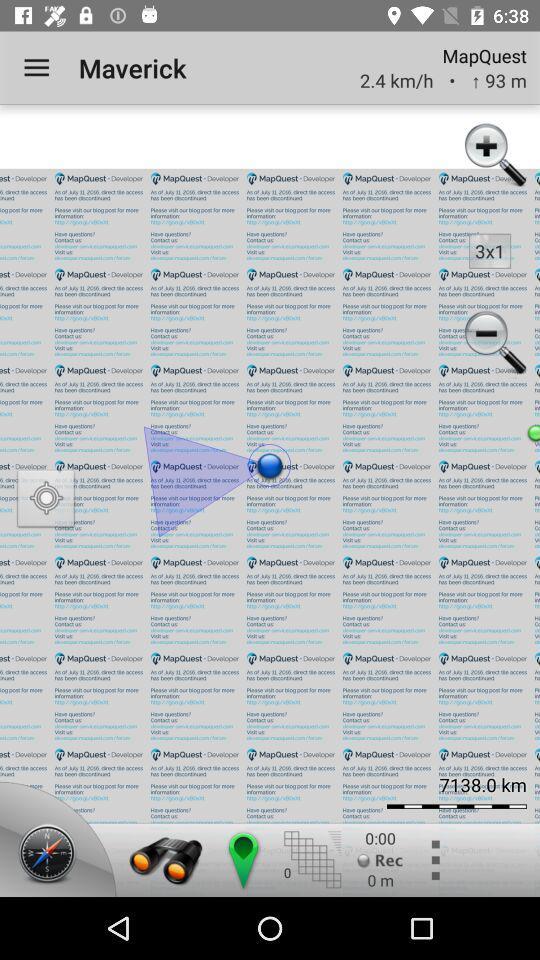 The width and height of the screenshot is (540, 960). What do you see at coordinates (165, 859) in the screenshot?
I see `search` at bounding box center [165, 859].